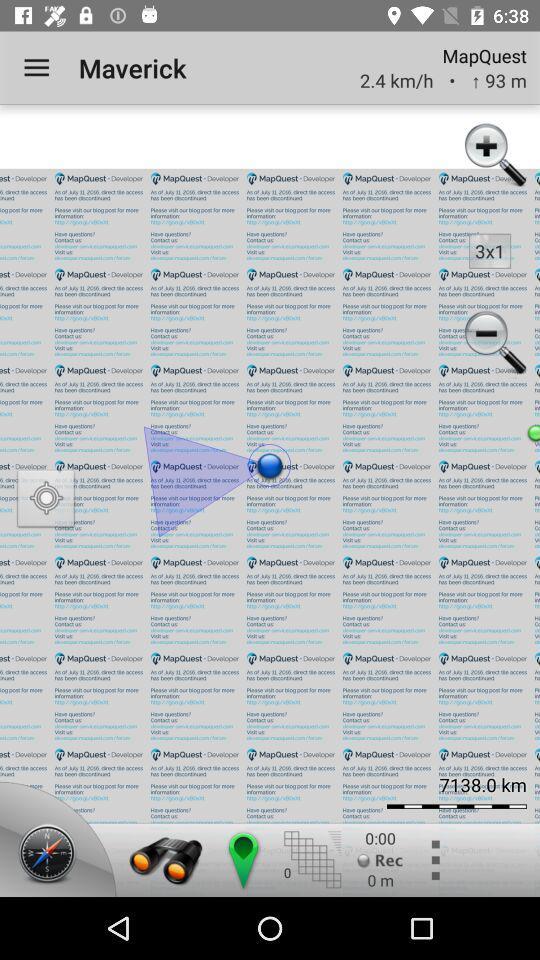 The width and height of the screenshot is (540, 960). What do you see at coordinates (165, 859) in the screenshot?
I see `search` at bounding box center [165, 859].